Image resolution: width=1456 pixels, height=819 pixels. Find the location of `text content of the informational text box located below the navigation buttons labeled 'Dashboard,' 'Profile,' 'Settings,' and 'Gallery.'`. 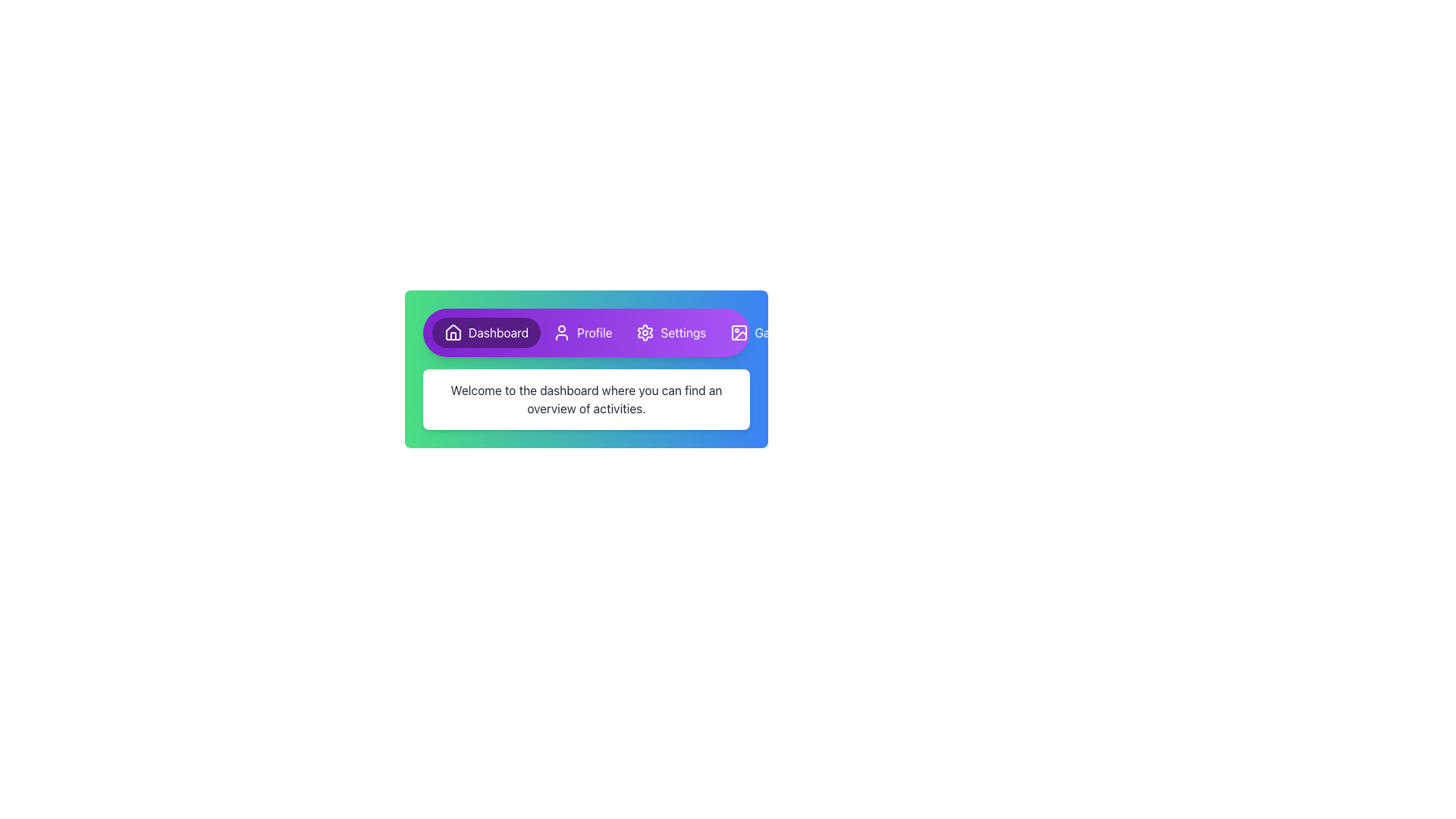

text content of the informational text box located below the navigation buttons labeled 'Dashboard,' 'Profile,' 'Settings,' and 'Gallery.' is located at coordinates (585, 399).